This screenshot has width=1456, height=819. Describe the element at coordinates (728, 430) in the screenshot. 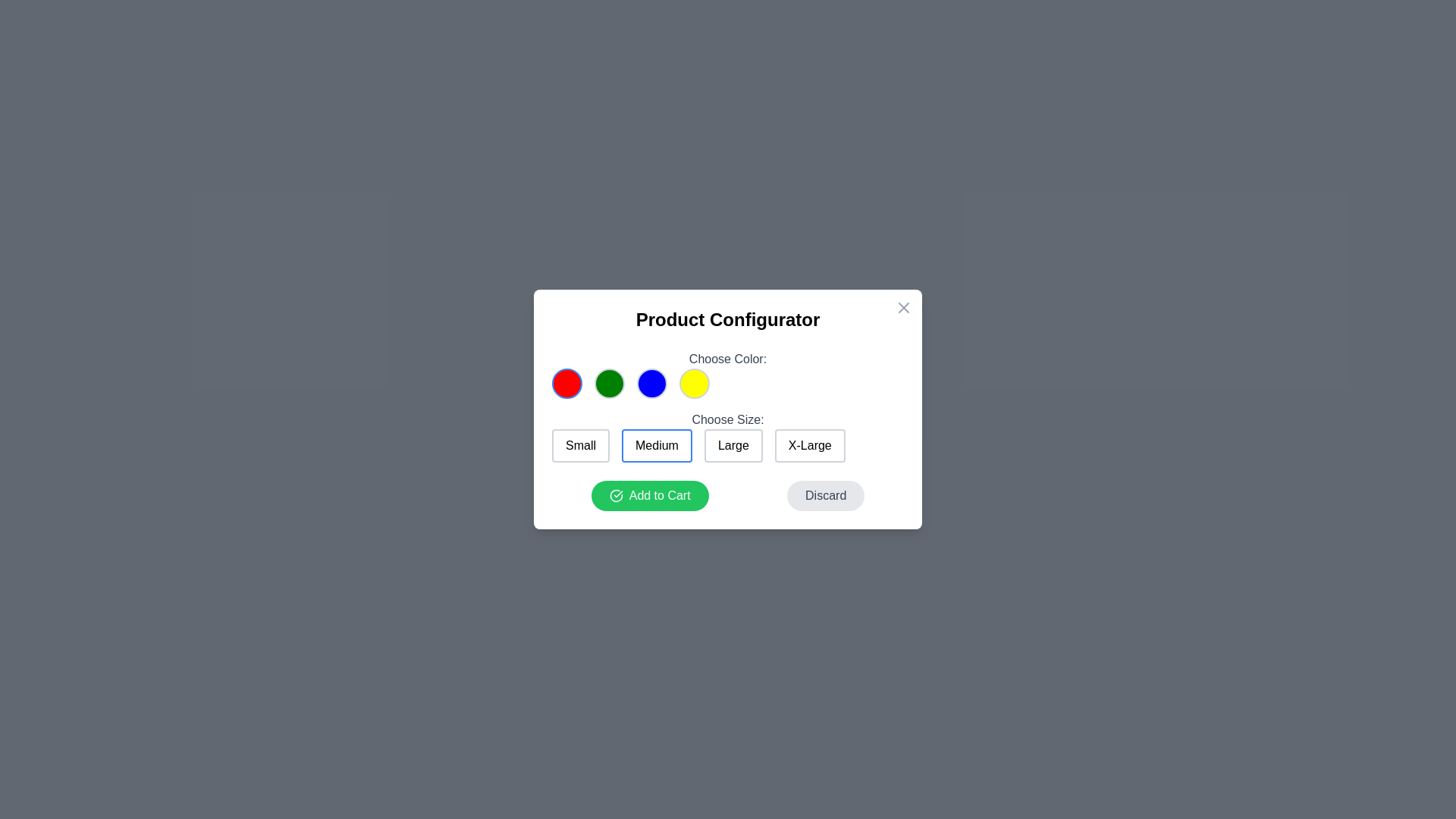

I see `the 'Large' size button located below the color selection section in the product configurator modal` at that location.